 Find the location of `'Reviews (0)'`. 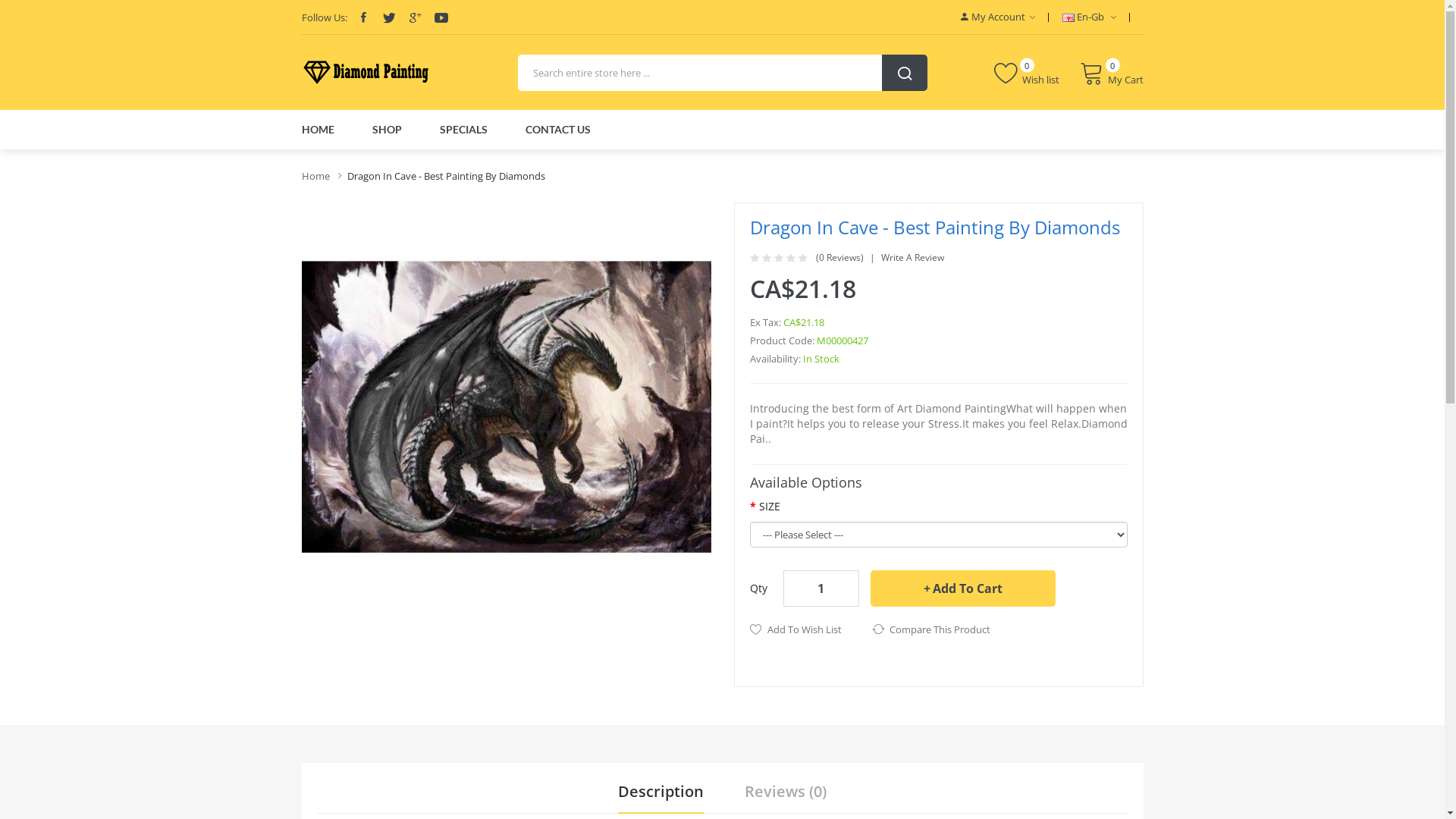

'Reviews (0)' is located at coordinates (745, 791).